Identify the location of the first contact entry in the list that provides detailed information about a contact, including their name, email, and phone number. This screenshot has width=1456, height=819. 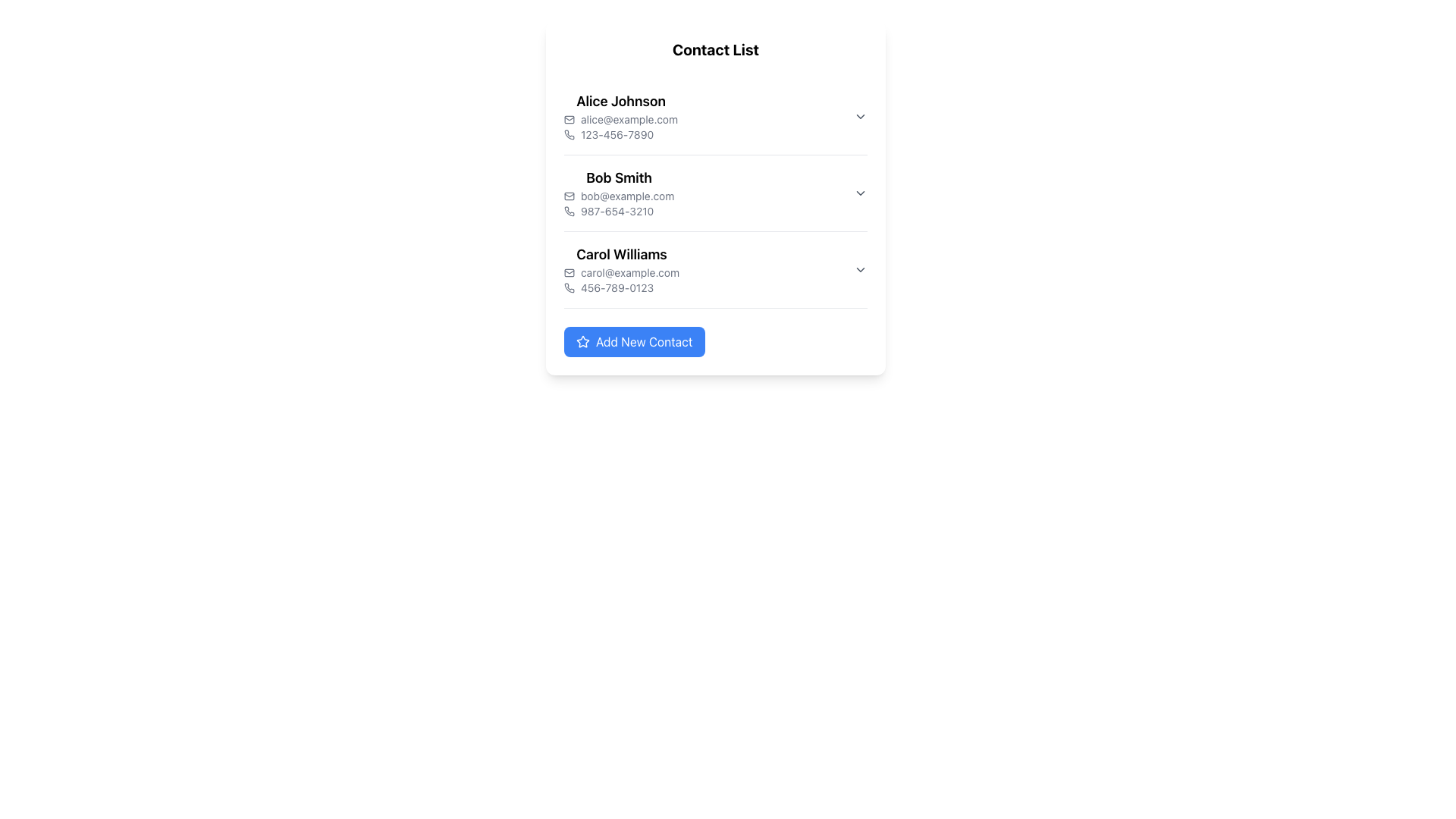
(715, 116).